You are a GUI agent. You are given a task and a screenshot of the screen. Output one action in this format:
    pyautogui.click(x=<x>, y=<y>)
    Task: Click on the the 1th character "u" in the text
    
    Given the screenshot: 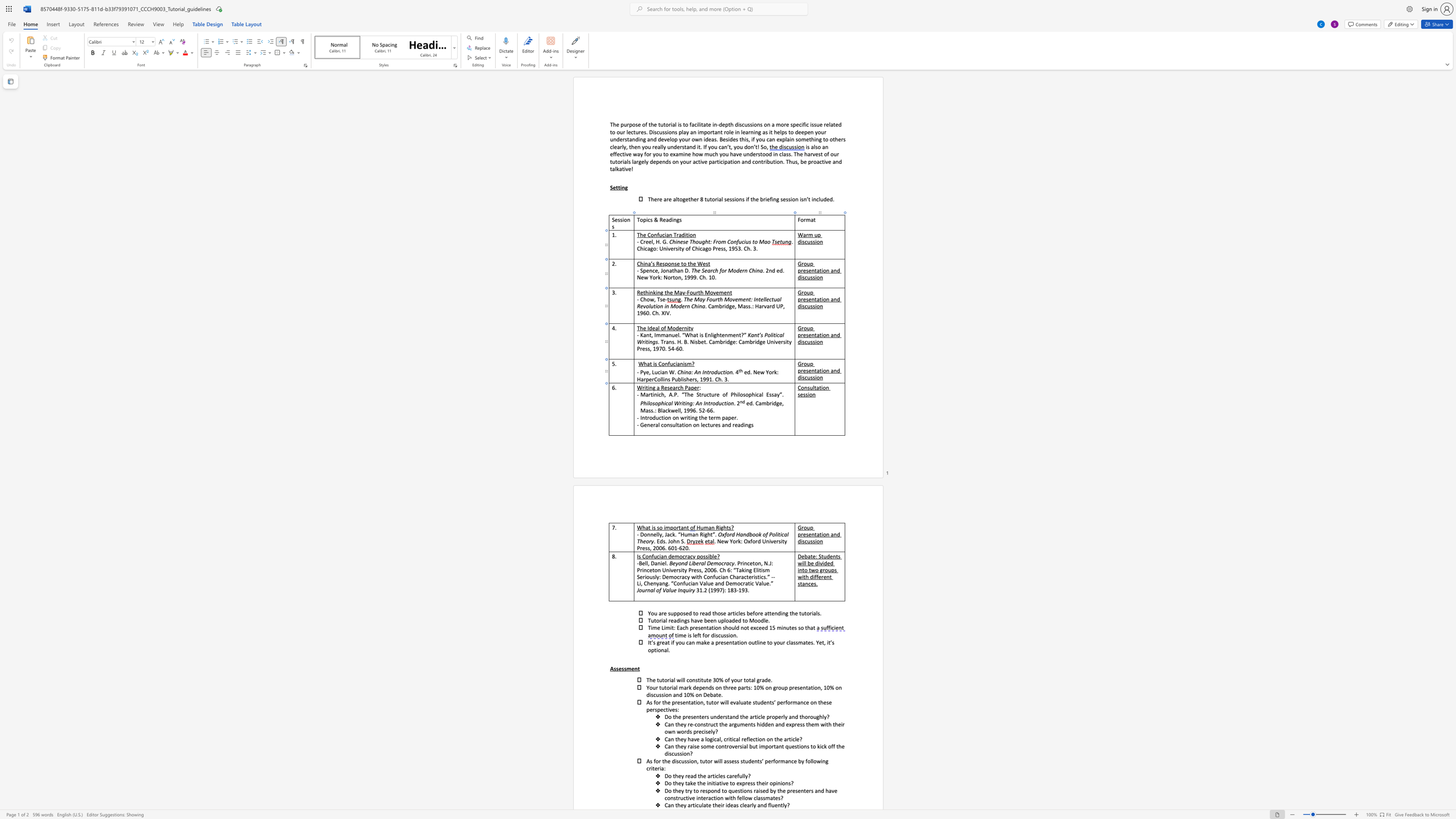 What is the action you would take?
    pyautogui.click(x=676, y=379)
    